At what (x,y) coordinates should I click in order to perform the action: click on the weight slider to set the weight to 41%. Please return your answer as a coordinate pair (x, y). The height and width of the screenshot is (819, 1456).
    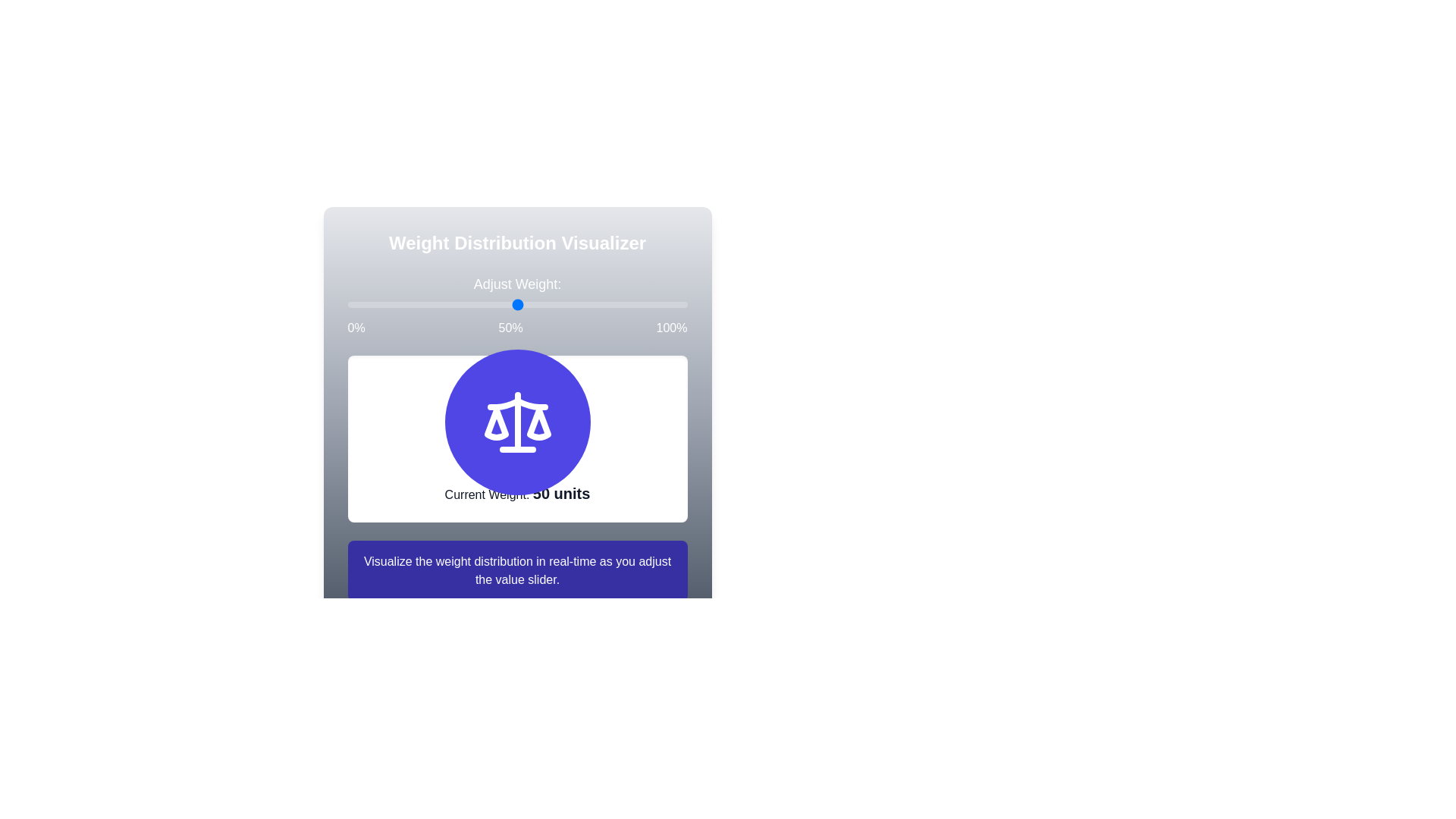
    Looking at the image, I should click on (347, 304).